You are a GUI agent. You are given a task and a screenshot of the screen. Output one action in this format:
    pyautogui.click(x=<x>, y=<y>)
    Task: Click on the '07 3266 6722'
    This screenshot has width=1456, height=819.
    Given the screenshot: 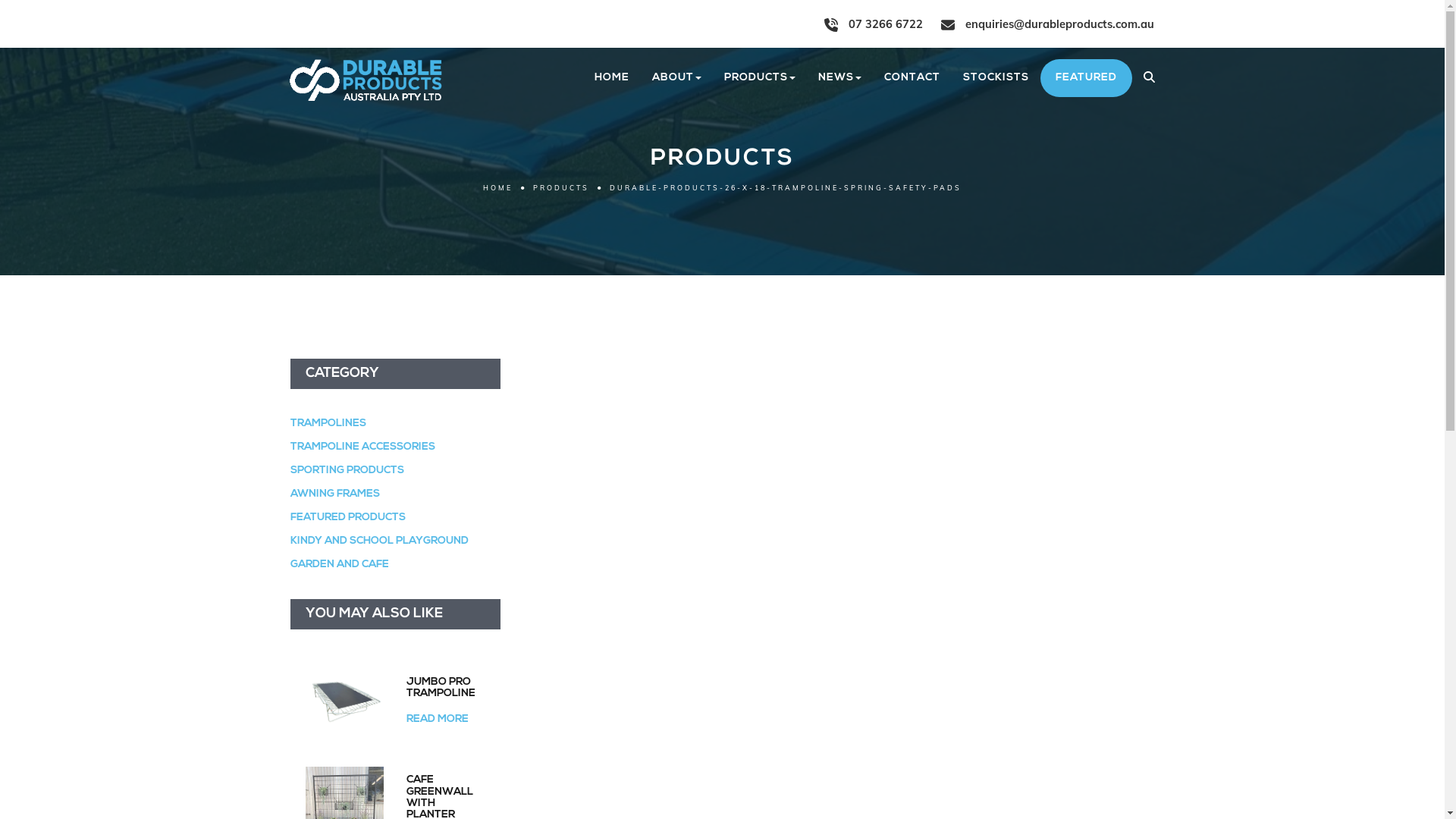 What is the action you would take?
    pyautogui.click(x=822, y=24)
    